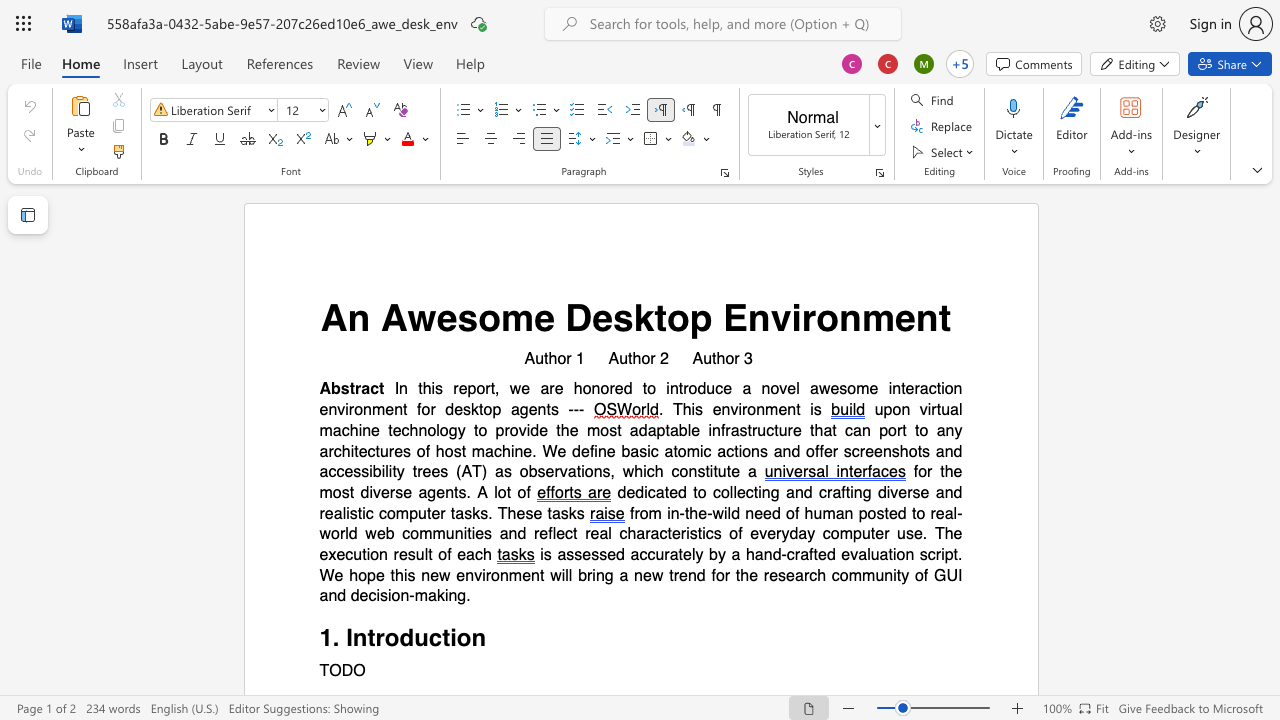 This screenshot has width=1280, height=720. What do you see at coordinates (536, 533) in the screenshot?
I see `the 4th character "r" in the text` at bounding box center [536, 533].